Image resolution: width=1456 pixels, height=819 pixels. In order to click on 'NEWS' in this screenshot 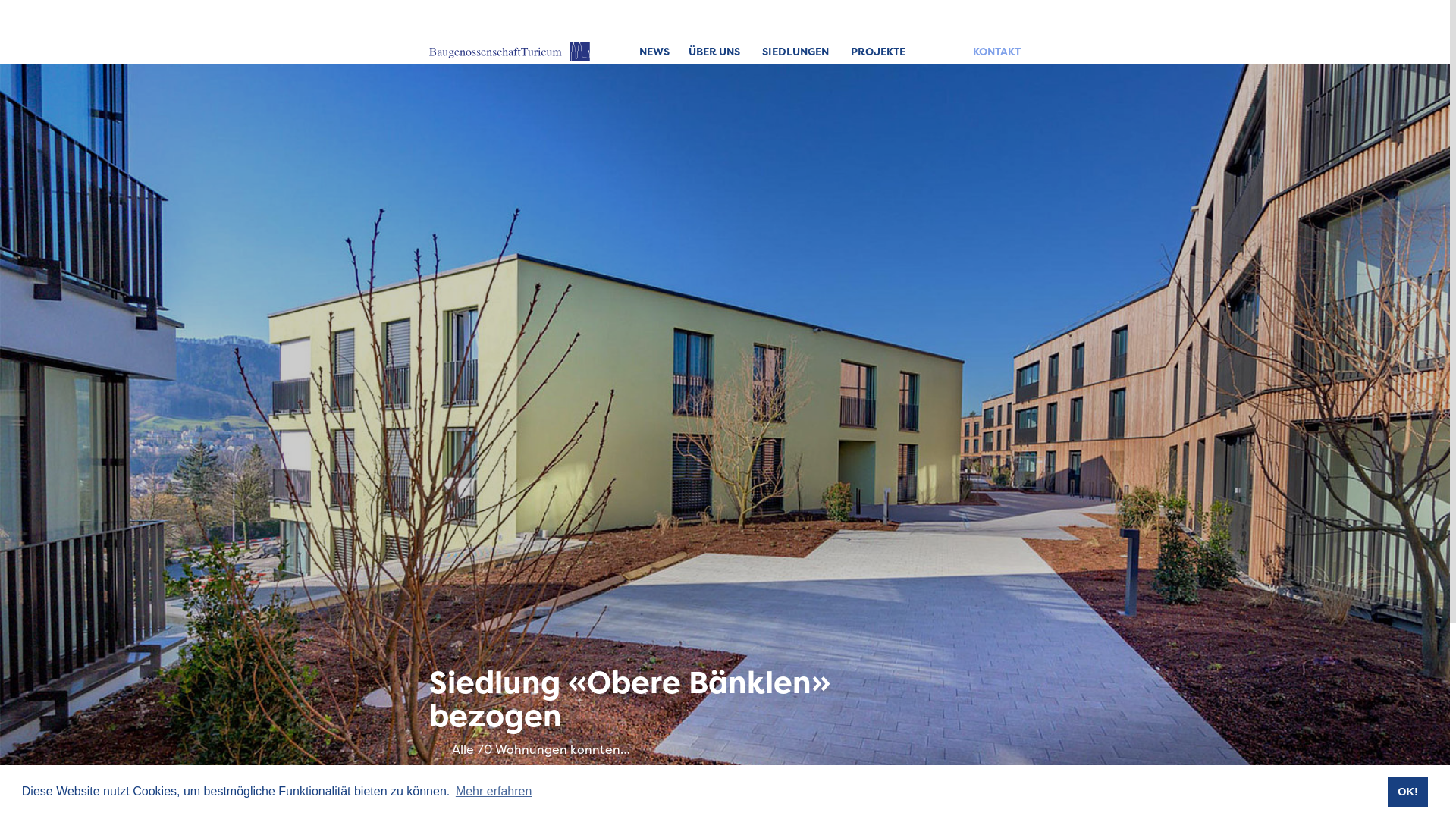, I will do `click(654, 51)`.